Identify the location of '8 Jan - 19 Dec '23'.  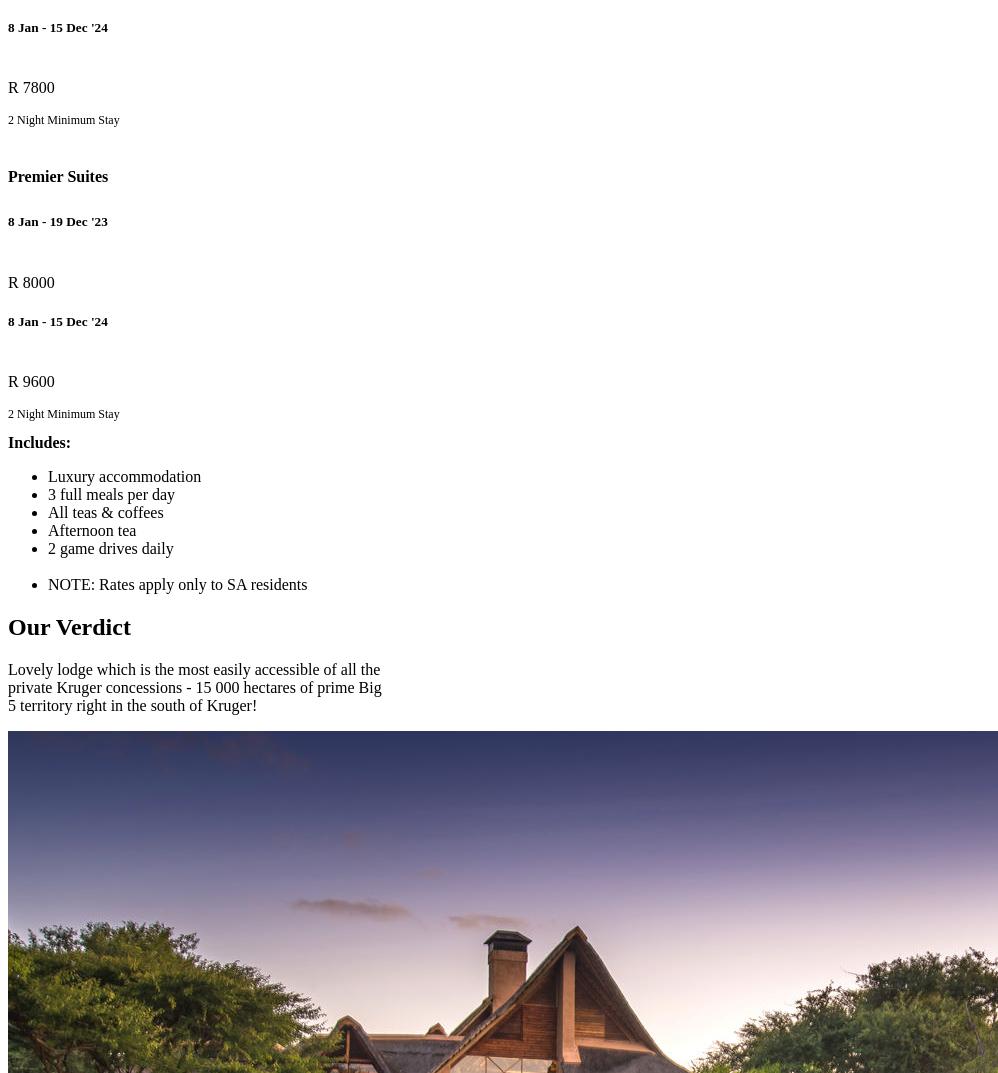
(56, 221).